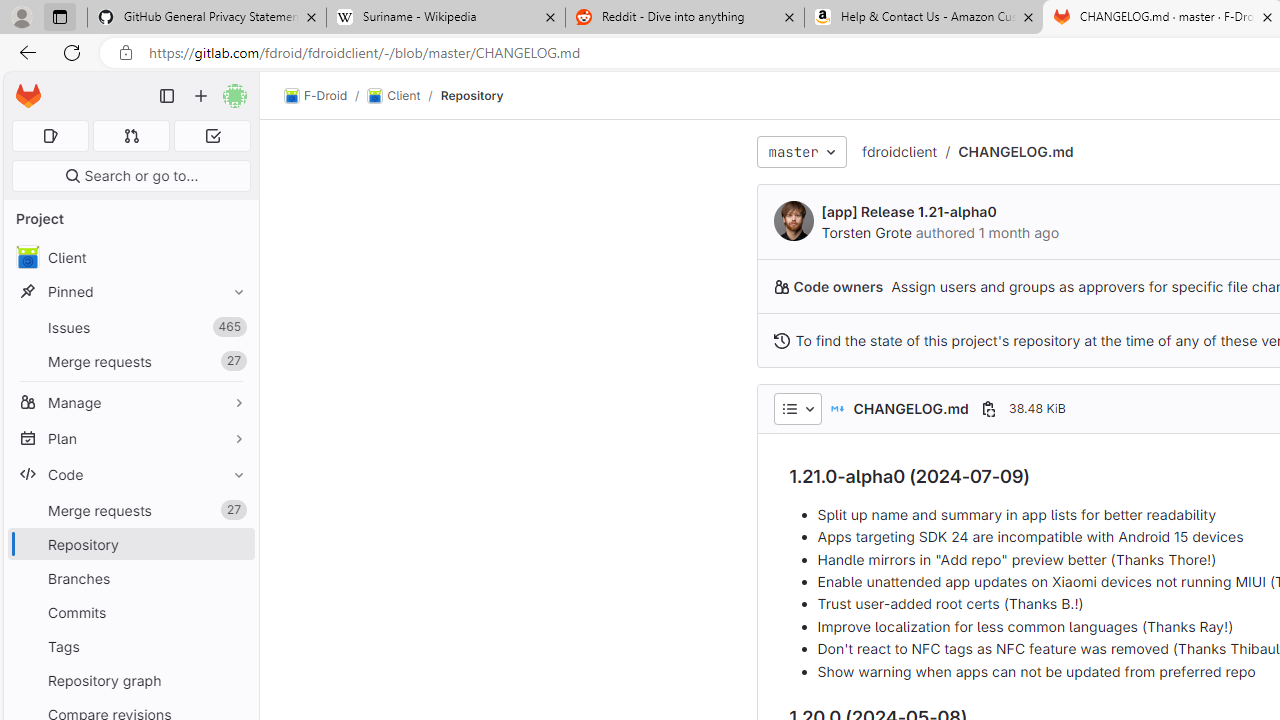 The height and width of the screenshot is (720, 1280). I want to click on 'Torsten Grote', so click(792, 221).